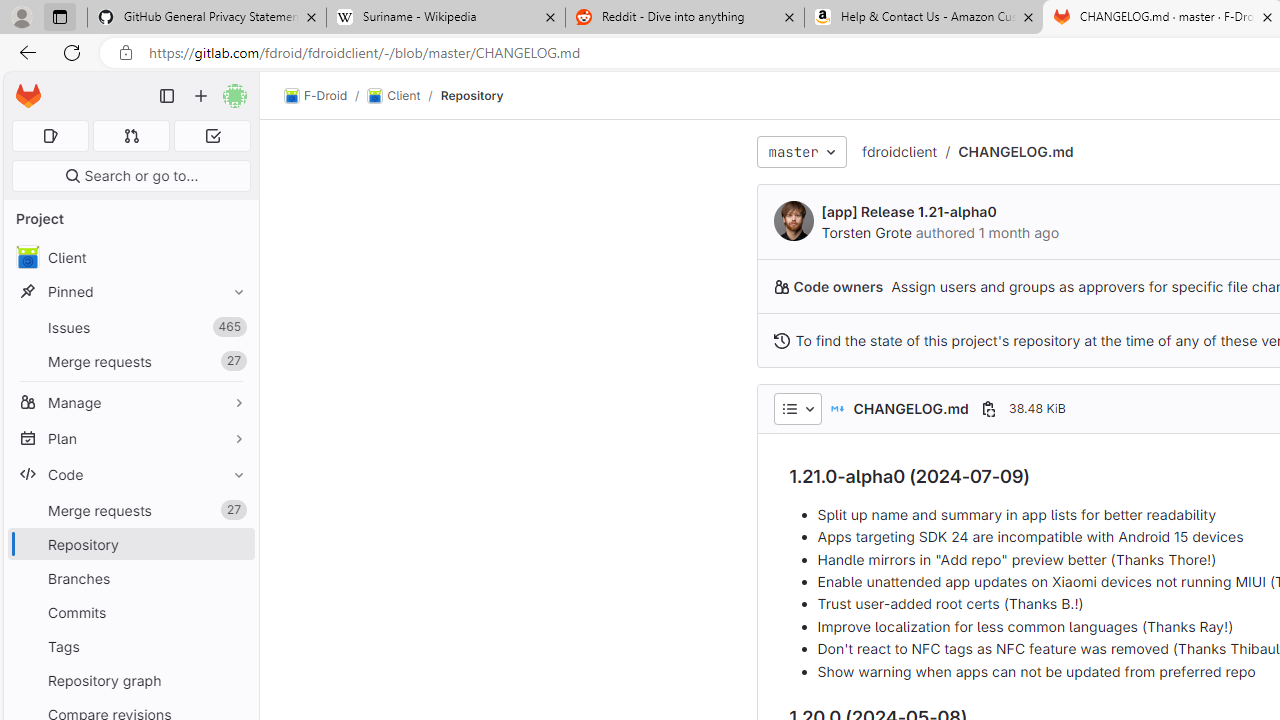 The height and width of the screenshot is (720, 1280). I want to click on 'Torsten Grote', so click(792, 221).